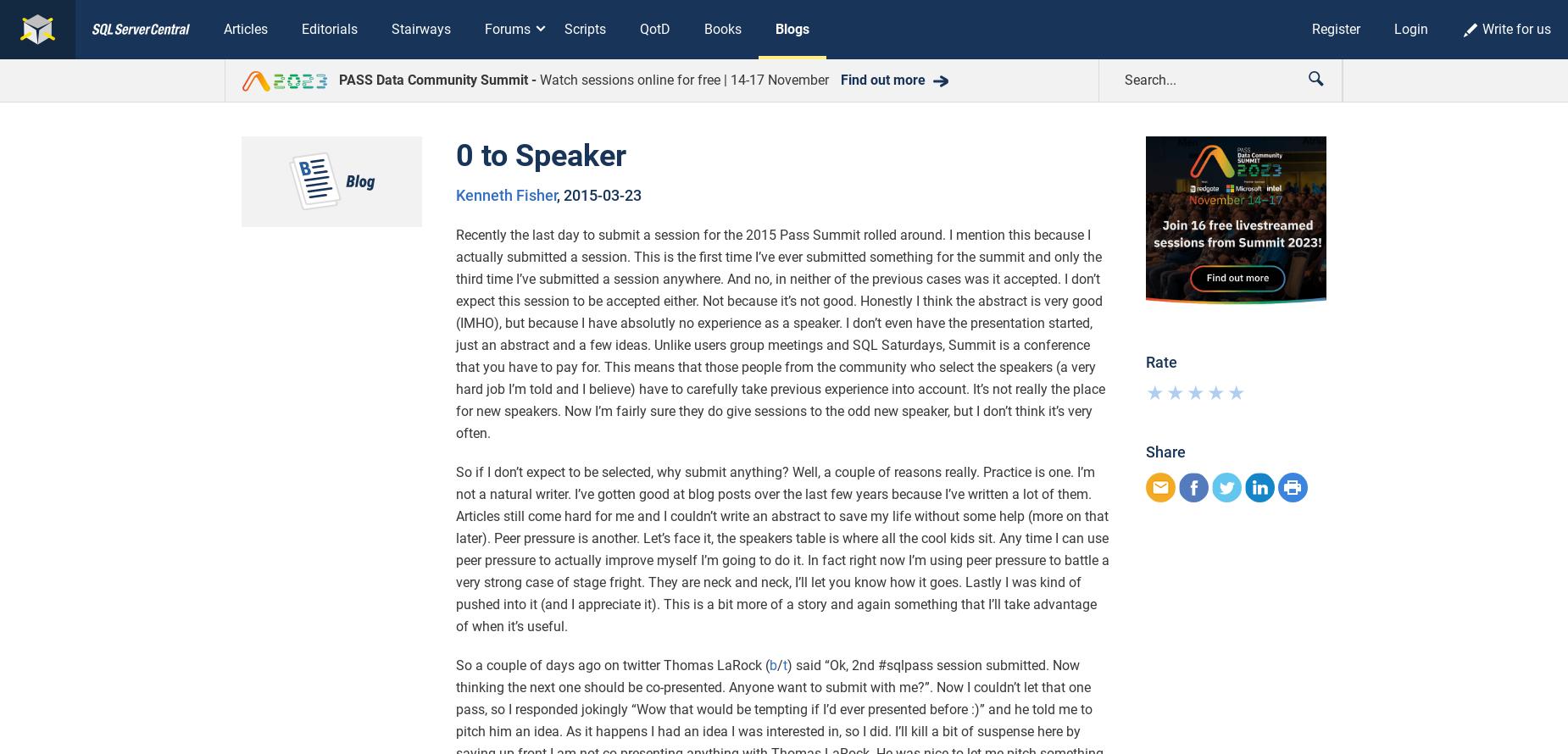  Describe the element at coordinates (694, 696) in the screenshot. I see `'Blogs'` at that location.